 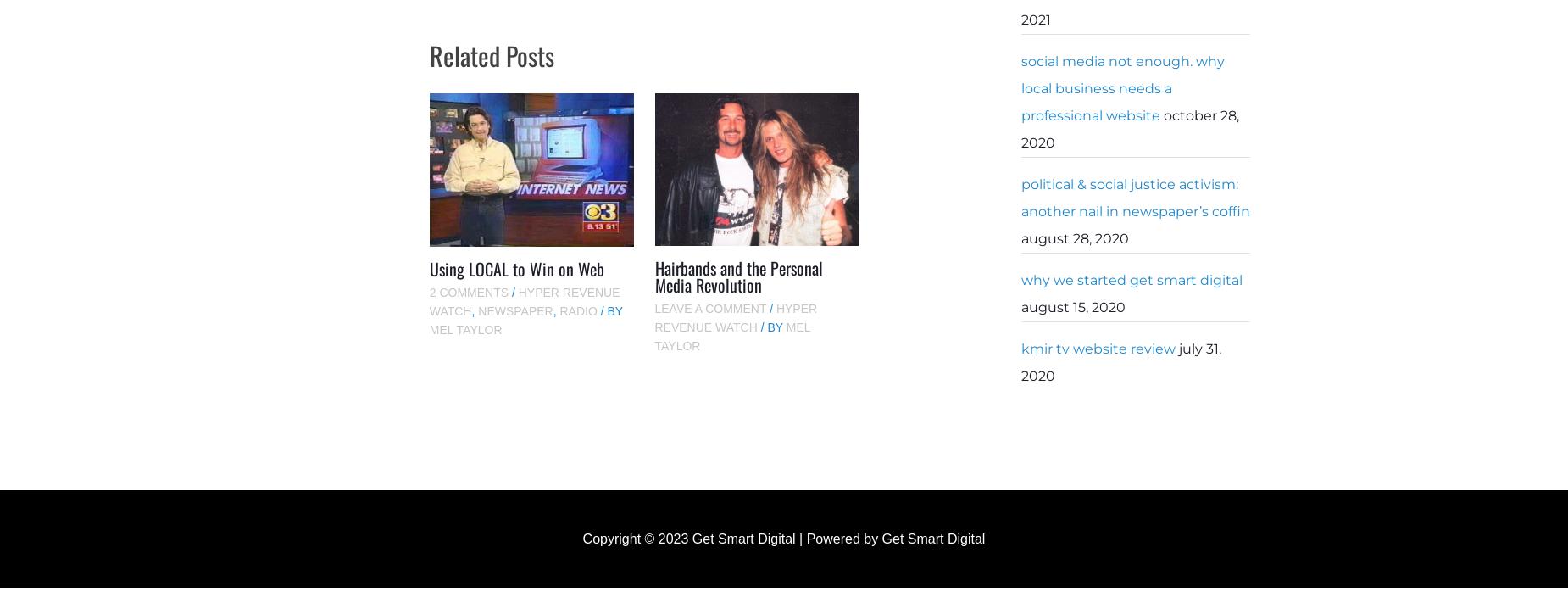 I want to click on 'Using LOCAL to Win on Web', so click(x=516, y=267).